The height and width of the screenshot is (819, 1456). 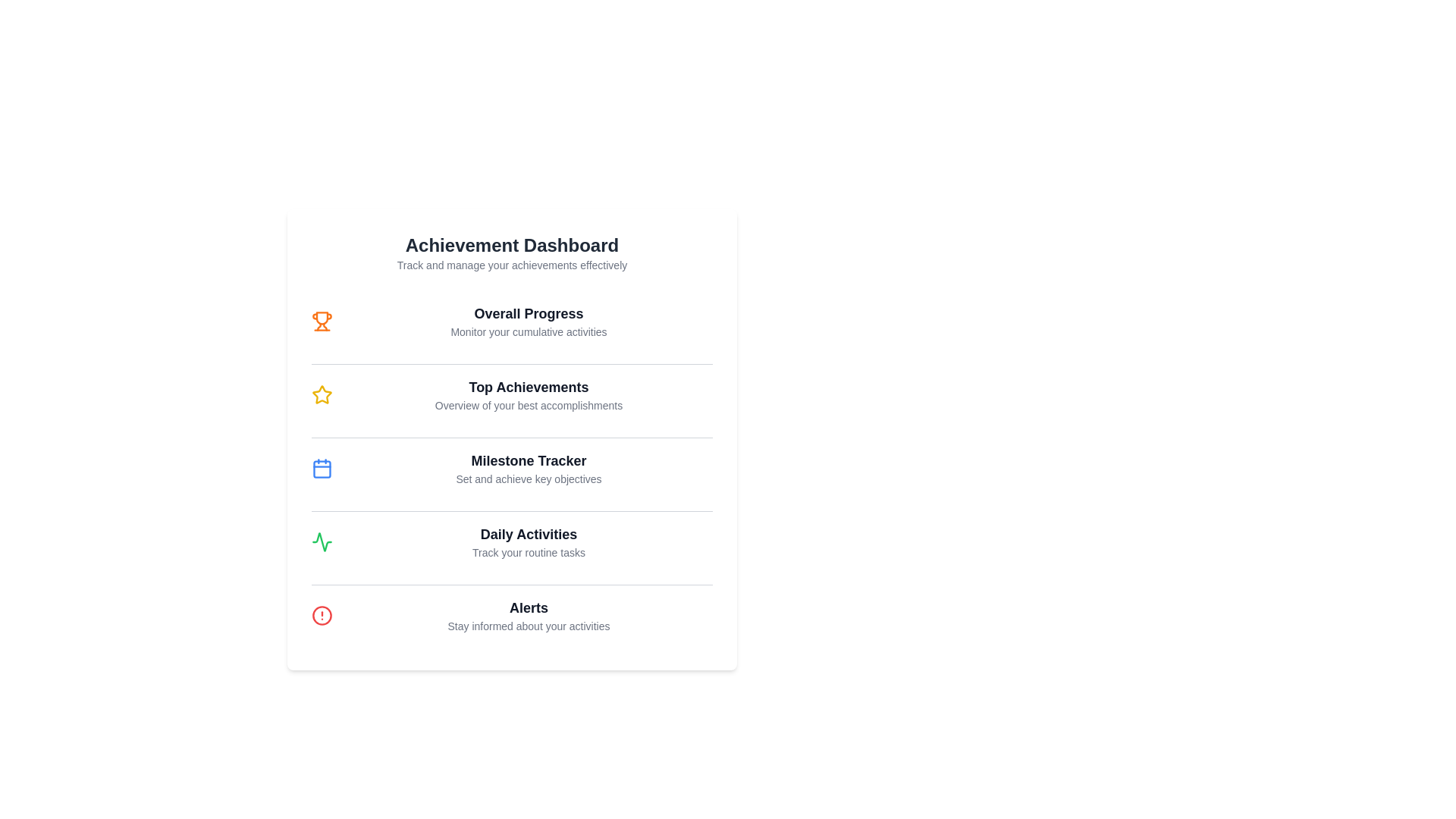 I want to click on the 'Top Achievements' text label, which is styled in bold and large font, located at the center of the dashboard interface, so click(x=529, y=386).